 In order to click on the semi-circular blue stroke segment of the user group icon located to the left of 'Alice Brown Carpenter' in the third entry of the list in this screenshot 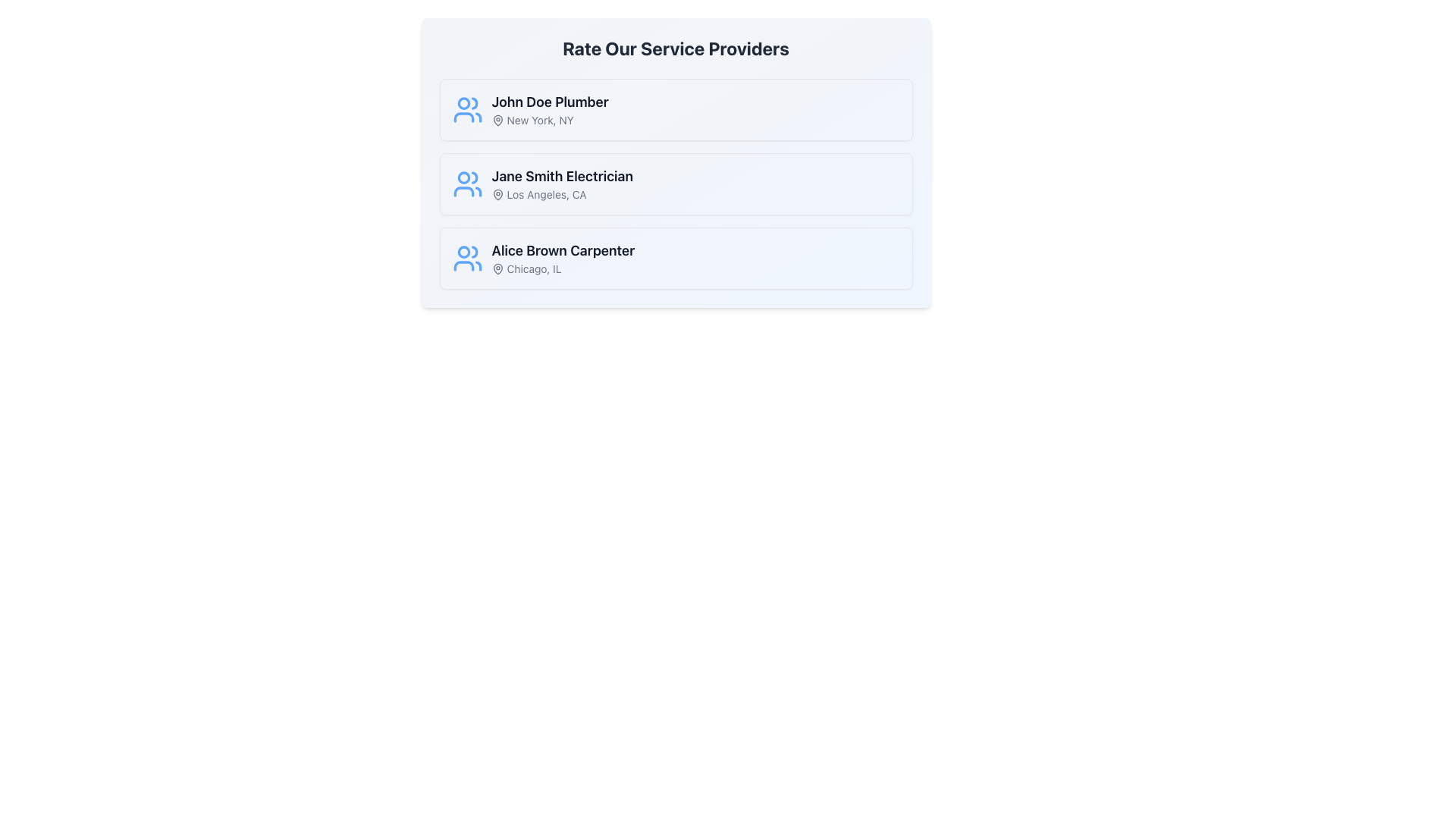, I will do `click(463, 265)`.